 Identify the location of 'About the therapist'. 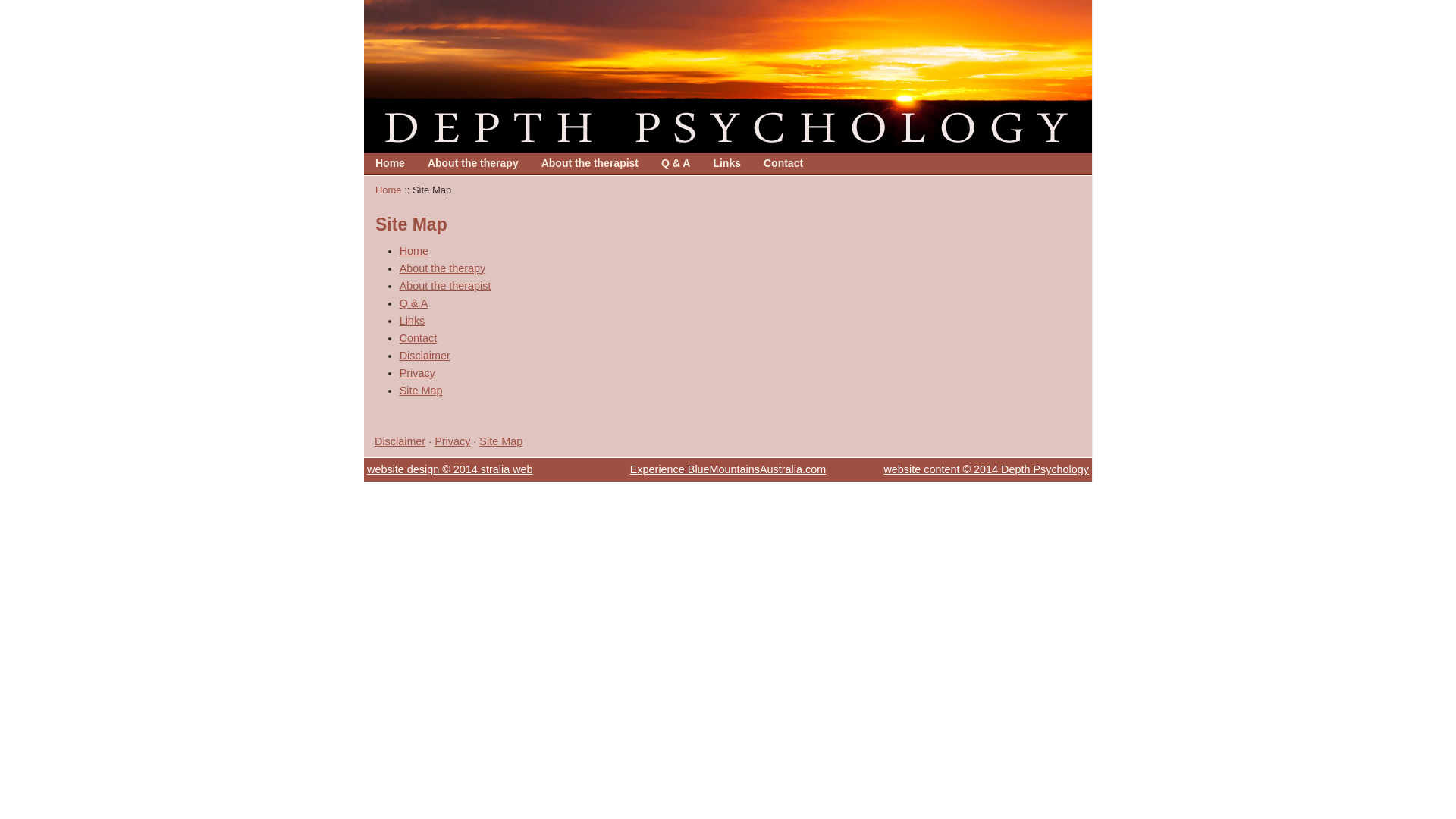
(444, 286).